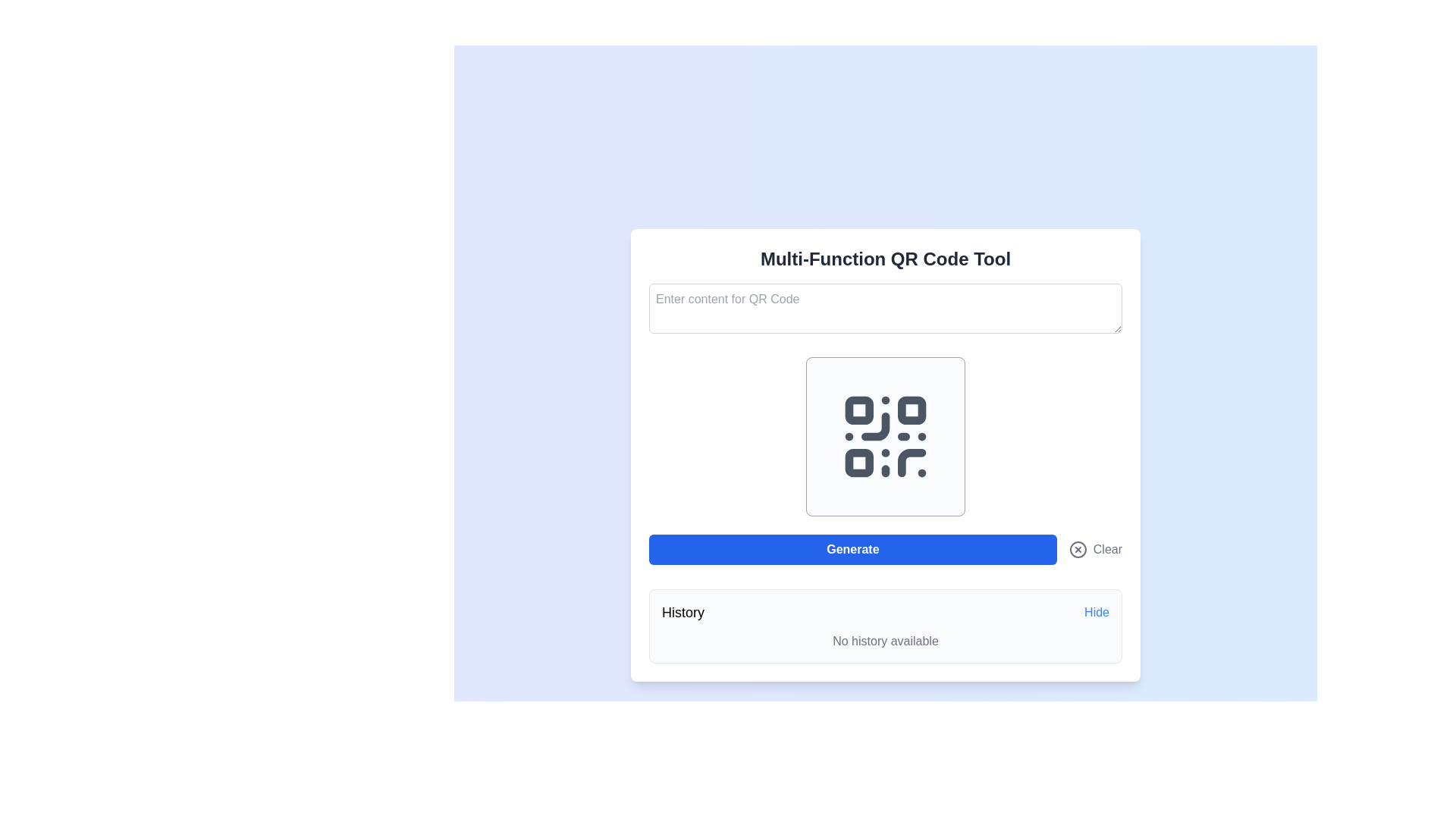  Describe the element at coordinates (1077, 549) in the screenshot. I see `the circular icon-based button with a cross inside, located to the left of the 'Clear' text` at that location.